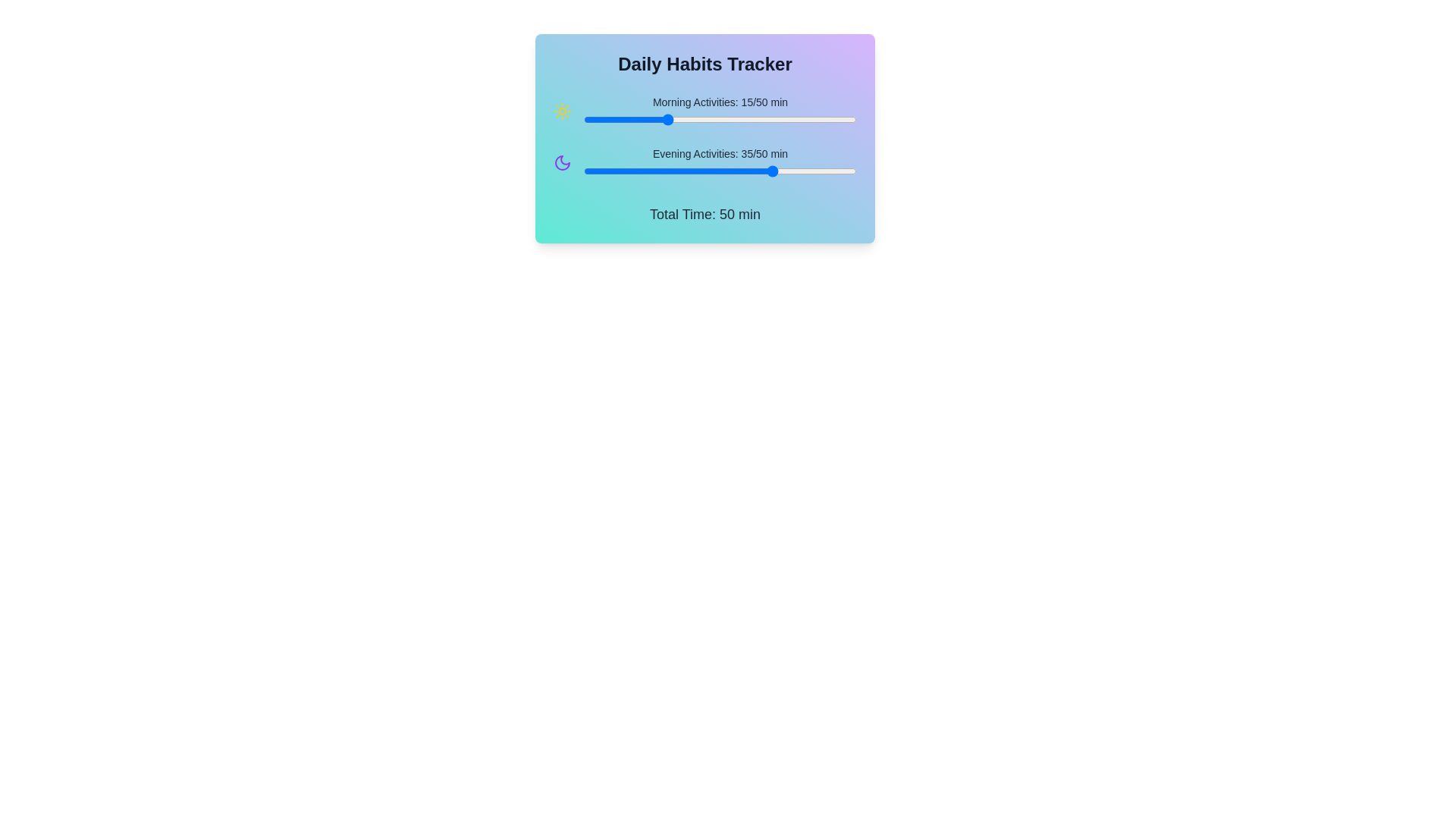 This screenshot has height=819, width=1456. Describe the element at coordinates (681, 119) in the screenshot. I see `the morning activities slider` at that location.